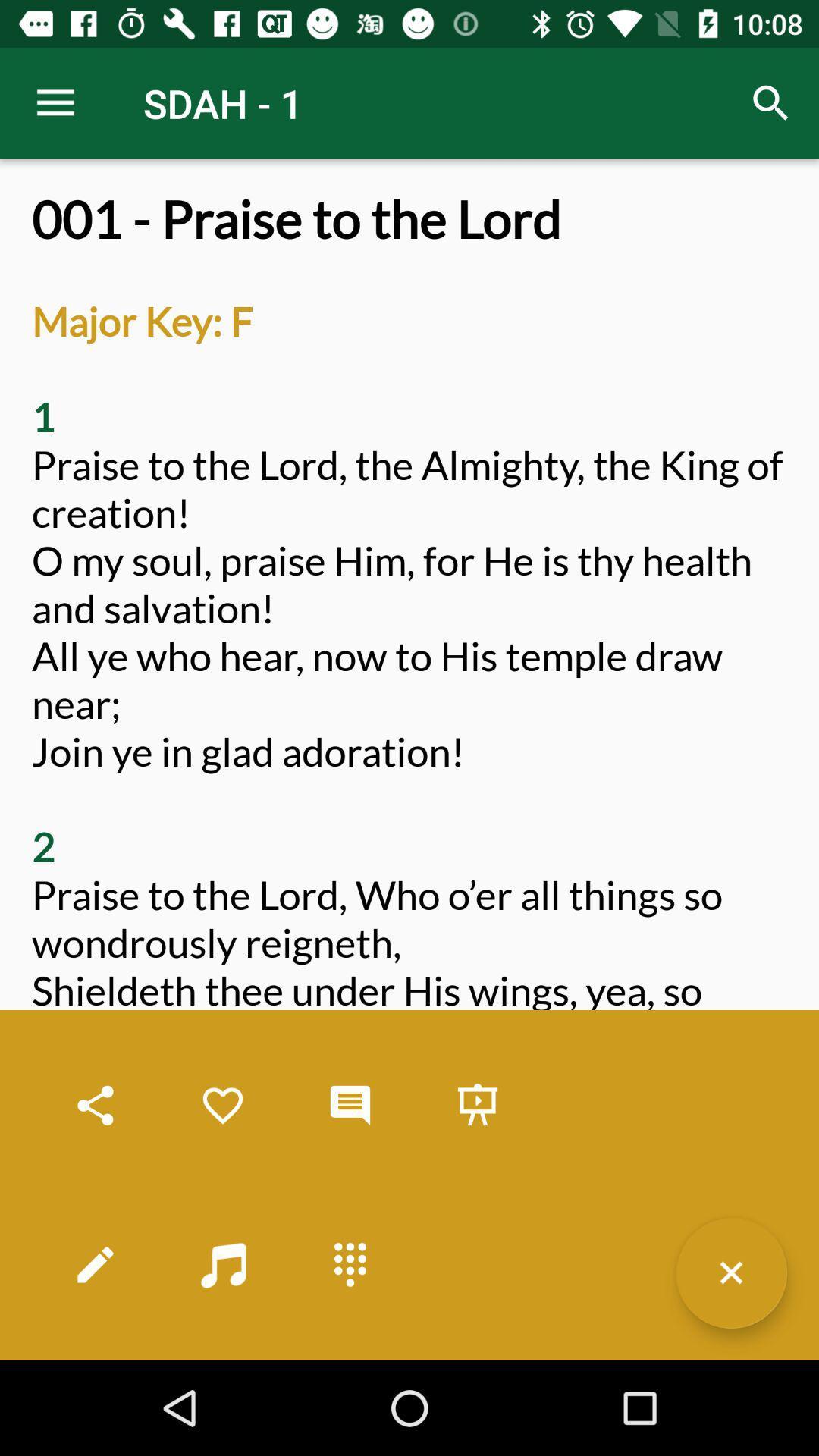 This screenshot has width=819, height=1456. Describe the element at coordinates (222, 1264) in the screenshot. I see `music` at that location.